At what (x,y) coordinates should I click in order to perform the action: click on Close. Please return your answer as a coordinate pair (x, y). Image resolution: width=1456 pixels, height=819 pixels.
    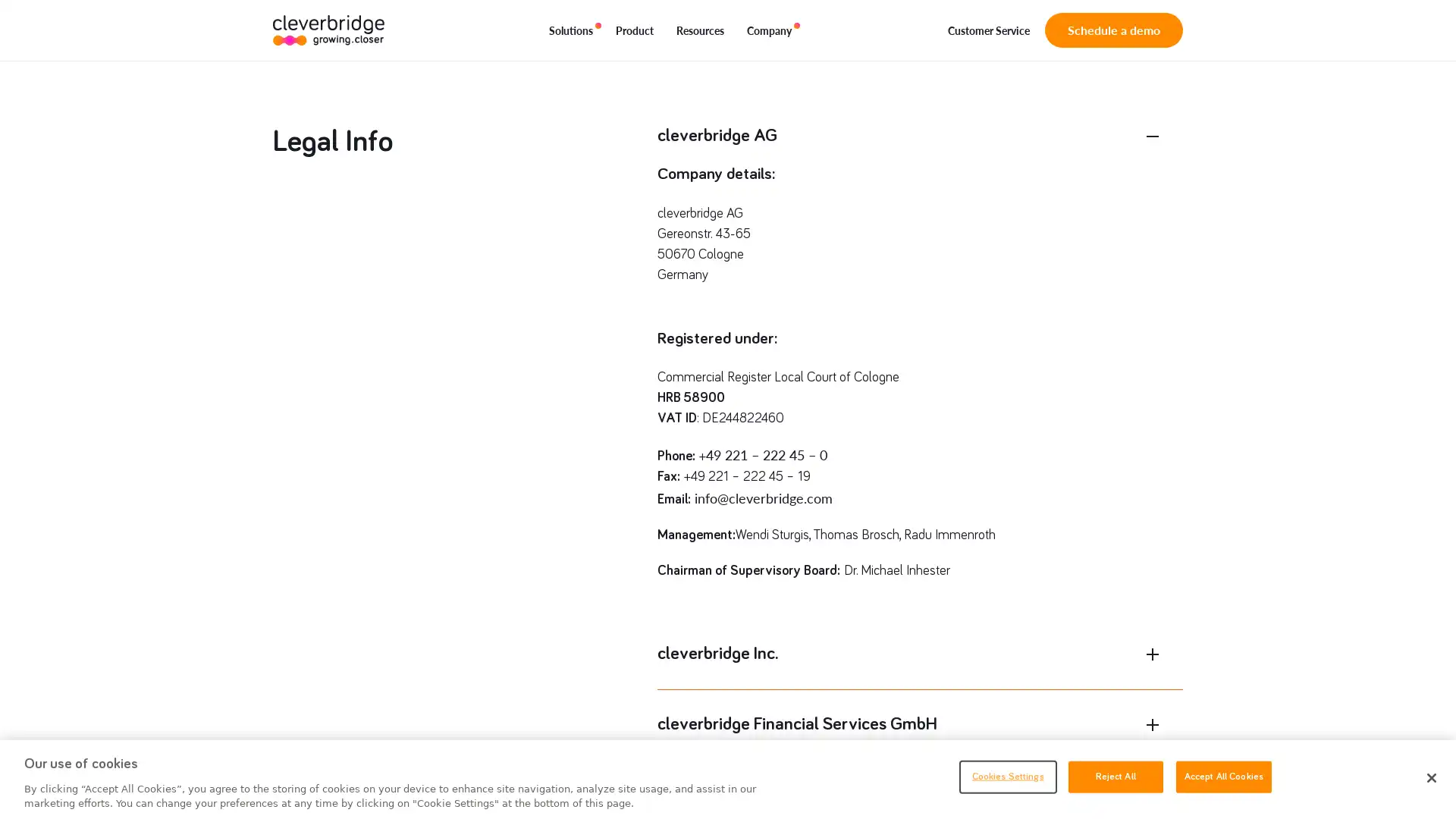
    Looking at the image, I should click on (1430, 778).